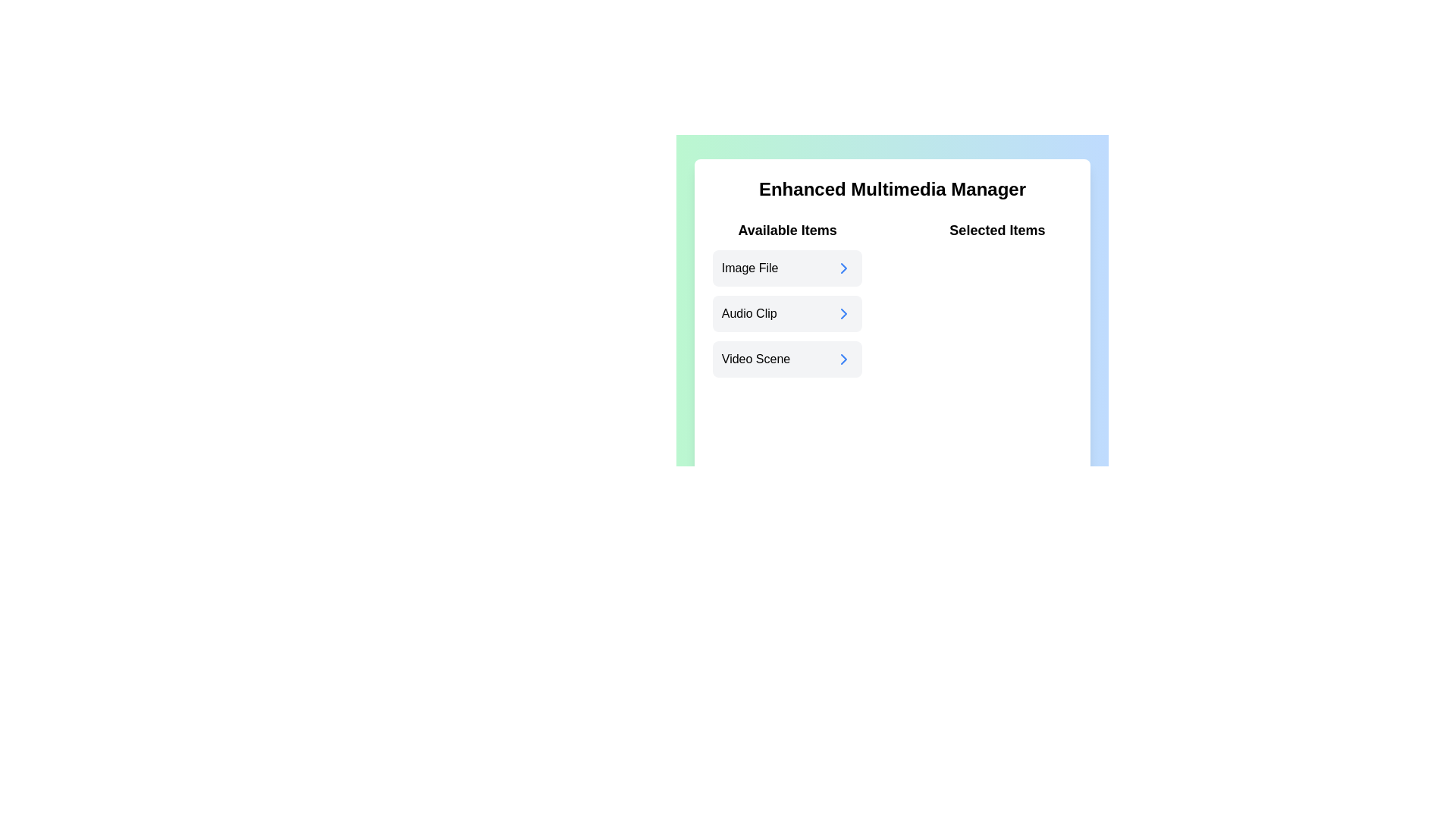 The image size is (1456, 819). Describe the element at coordinates (749, 312) in the screenshot. I see `the text label that identifies a selectable item in the multimedia management interface, which is the second item in the 'Available Items' section on the left side` at that location.